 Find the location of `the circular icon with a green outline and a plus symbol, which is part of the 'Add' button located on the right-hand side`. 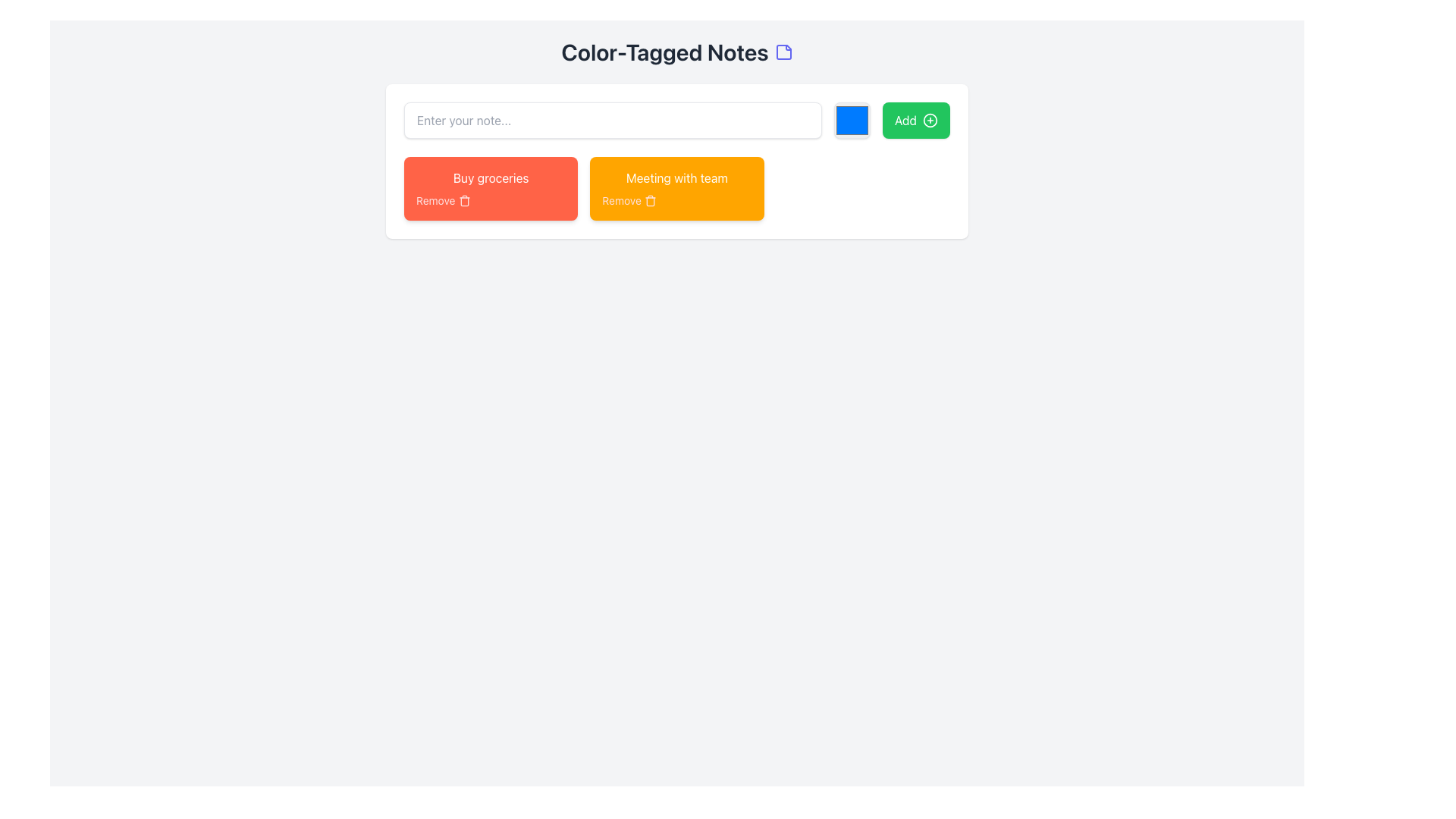

the circular icon with a green outline and a plus symbol, which is part of the 'Add' button located on the right-hand side is located at coordinates (930, 119).